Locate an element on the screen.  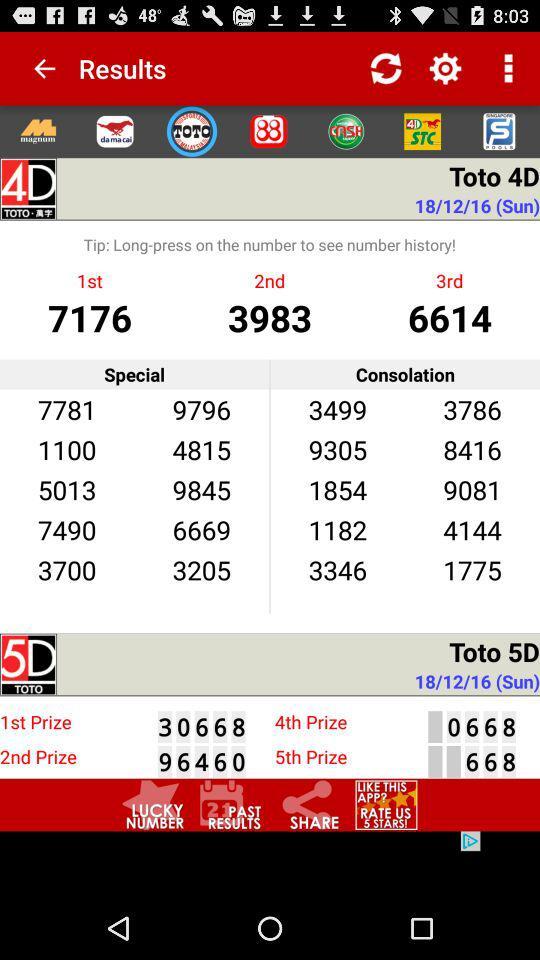
launch advertisement is located at coordinates (270, 863).